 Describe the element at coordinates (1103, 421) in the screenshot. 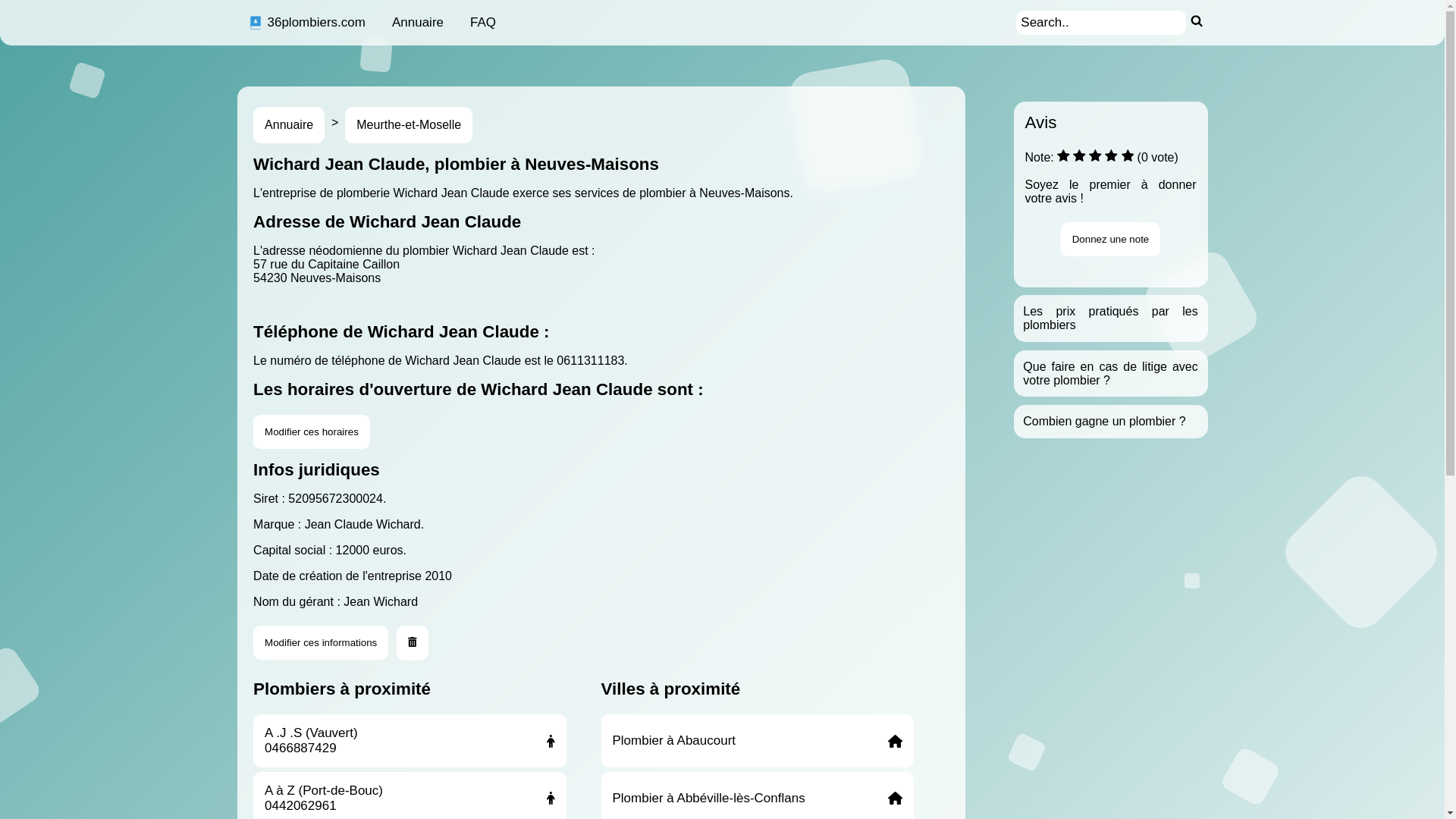

I see `'Combien gagne un plombier ?'` at that location.